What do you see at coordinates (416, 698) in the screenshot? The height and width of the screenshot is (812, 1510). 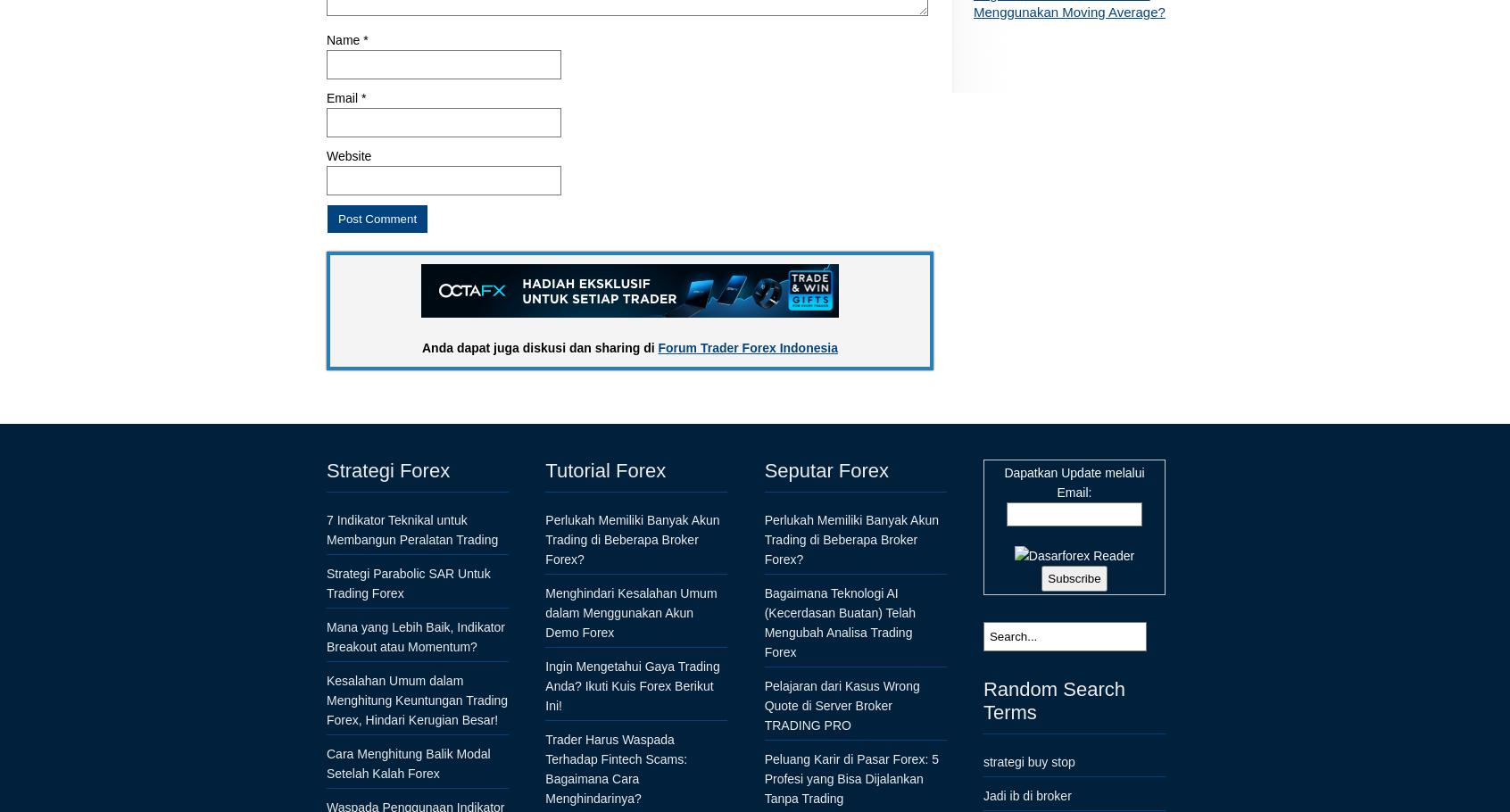 I see `'Kesalahan Umum dalam Menghitung Keuntungan Trading Forex, Hindari Kerugian Besar!'` at bounding box center [416, 698].